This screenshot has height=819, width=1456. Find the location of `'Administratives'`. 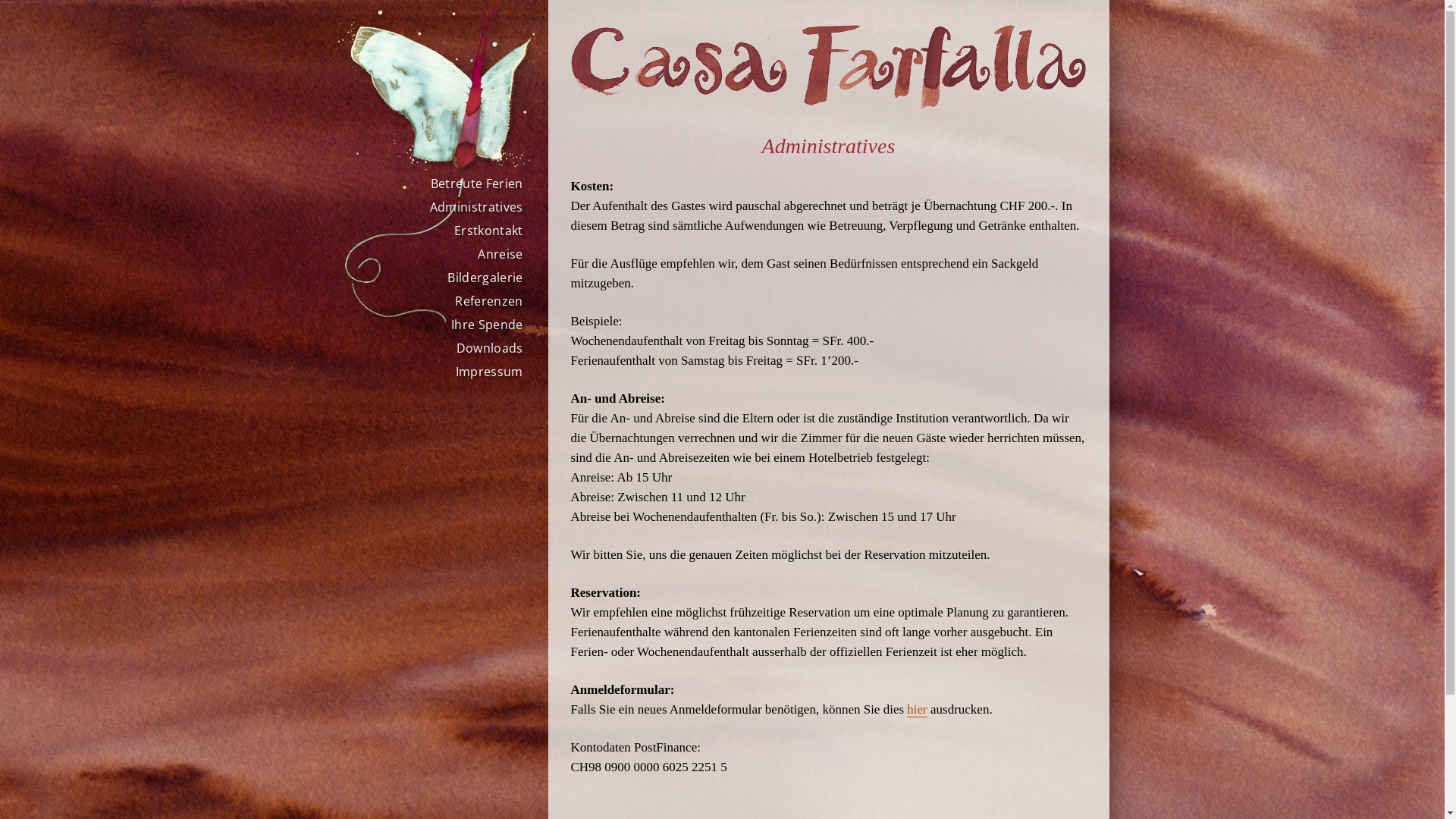

'Administratives' is located at coordinates (475, 207).